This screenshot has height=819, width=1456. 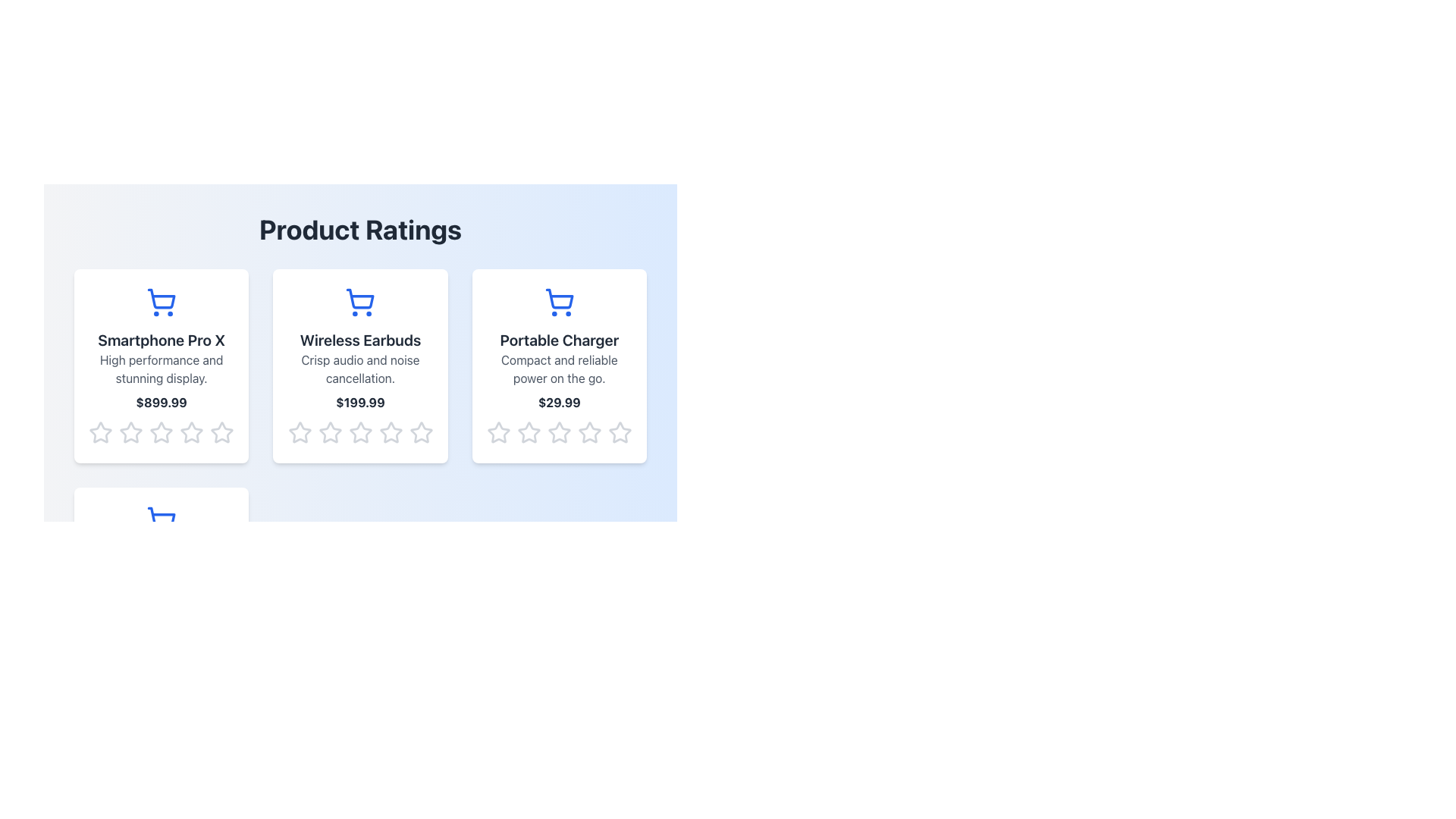 I want to click on the fifth star in the rating section under the 'Portable Charger' card, so click(x=221, y=651).